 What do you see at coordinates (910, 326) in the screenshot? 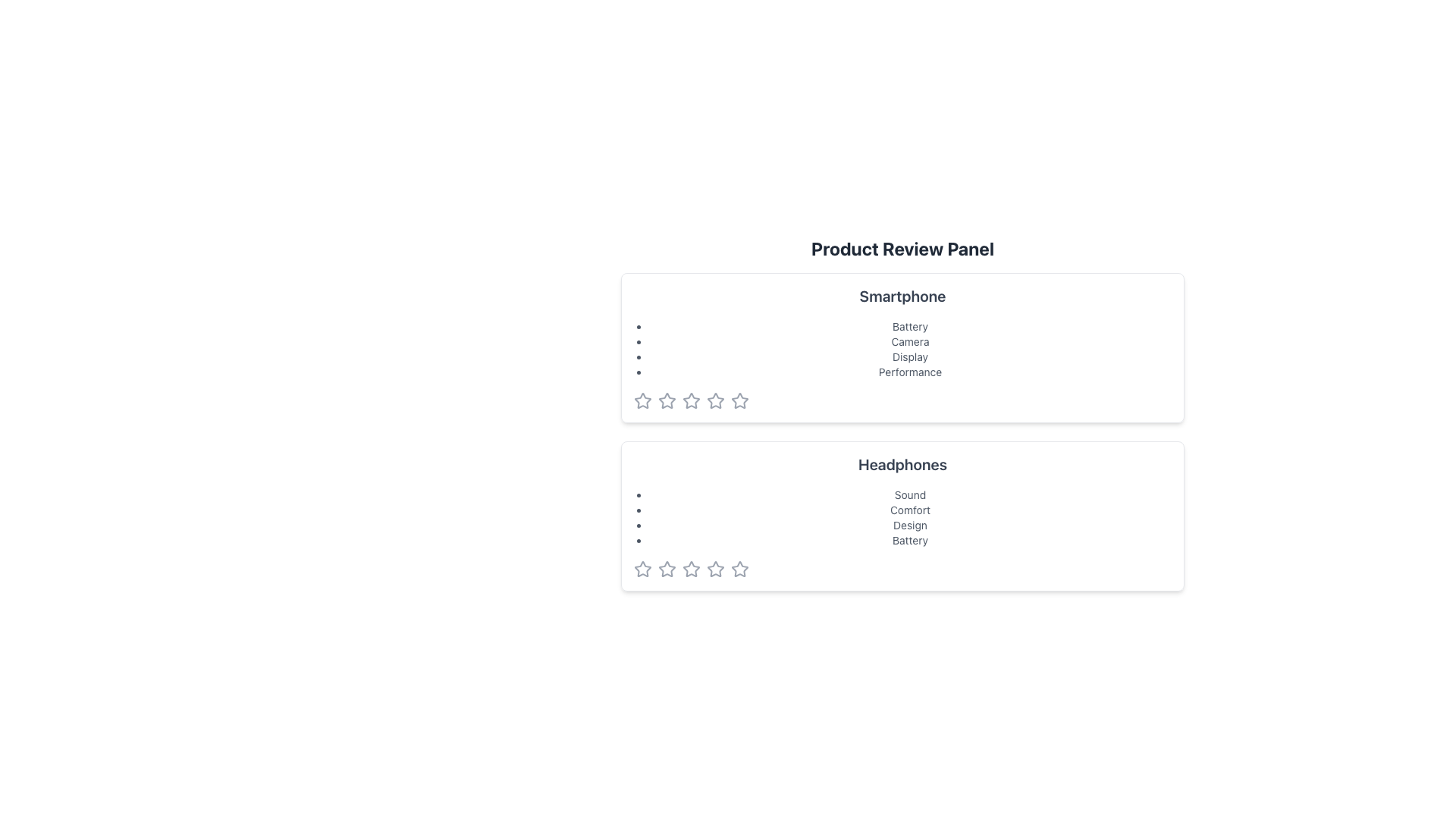
I see `the text label displaying 'Battery' in the bulleted list under the 'Smartphone' category` at bounding box center [910, 326].